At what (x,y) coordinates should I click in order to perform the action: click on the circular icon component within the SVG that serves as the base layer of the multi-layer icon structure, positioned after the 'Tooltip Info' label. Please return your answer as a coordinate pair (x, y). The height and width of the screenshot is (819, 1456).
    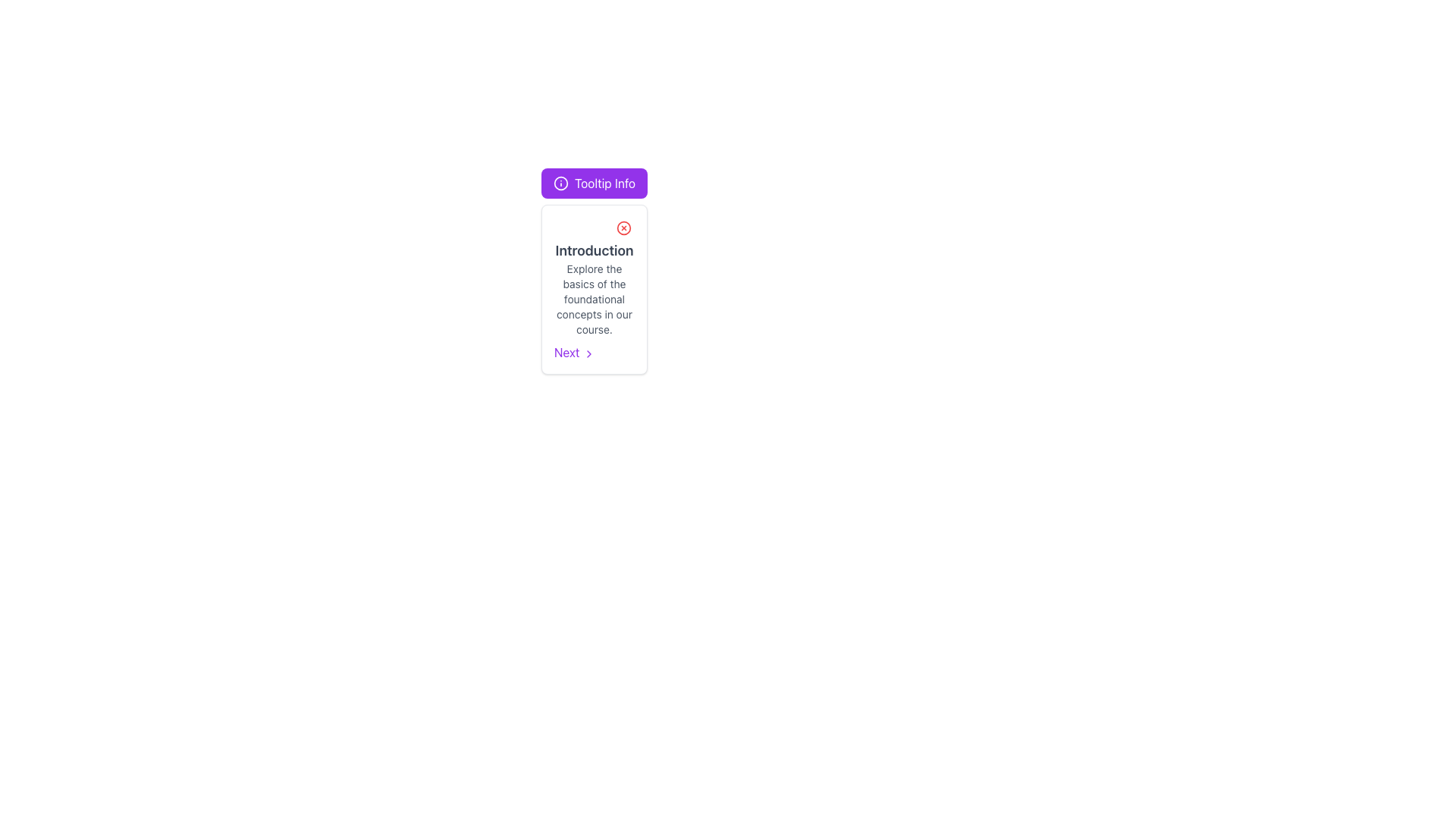
    Looking at the image, I should click on (560, 183).